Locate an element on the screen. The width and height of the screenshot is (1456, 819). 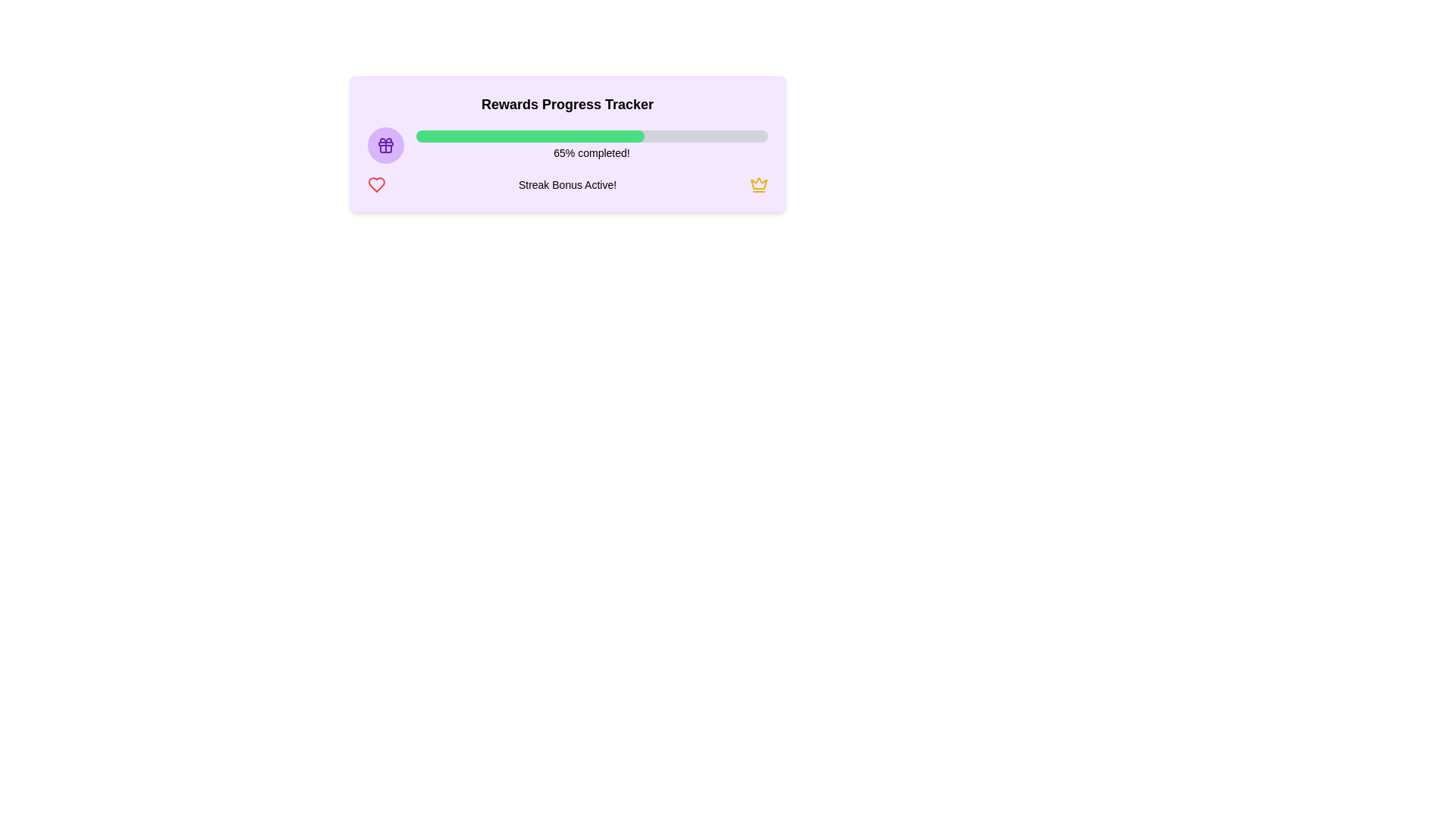
the progress bar that shows '65% completed!' with a green filled portion and is centrally aligned under the 'Rewards Progress Tracker' title is located at coordinates (591, 146).